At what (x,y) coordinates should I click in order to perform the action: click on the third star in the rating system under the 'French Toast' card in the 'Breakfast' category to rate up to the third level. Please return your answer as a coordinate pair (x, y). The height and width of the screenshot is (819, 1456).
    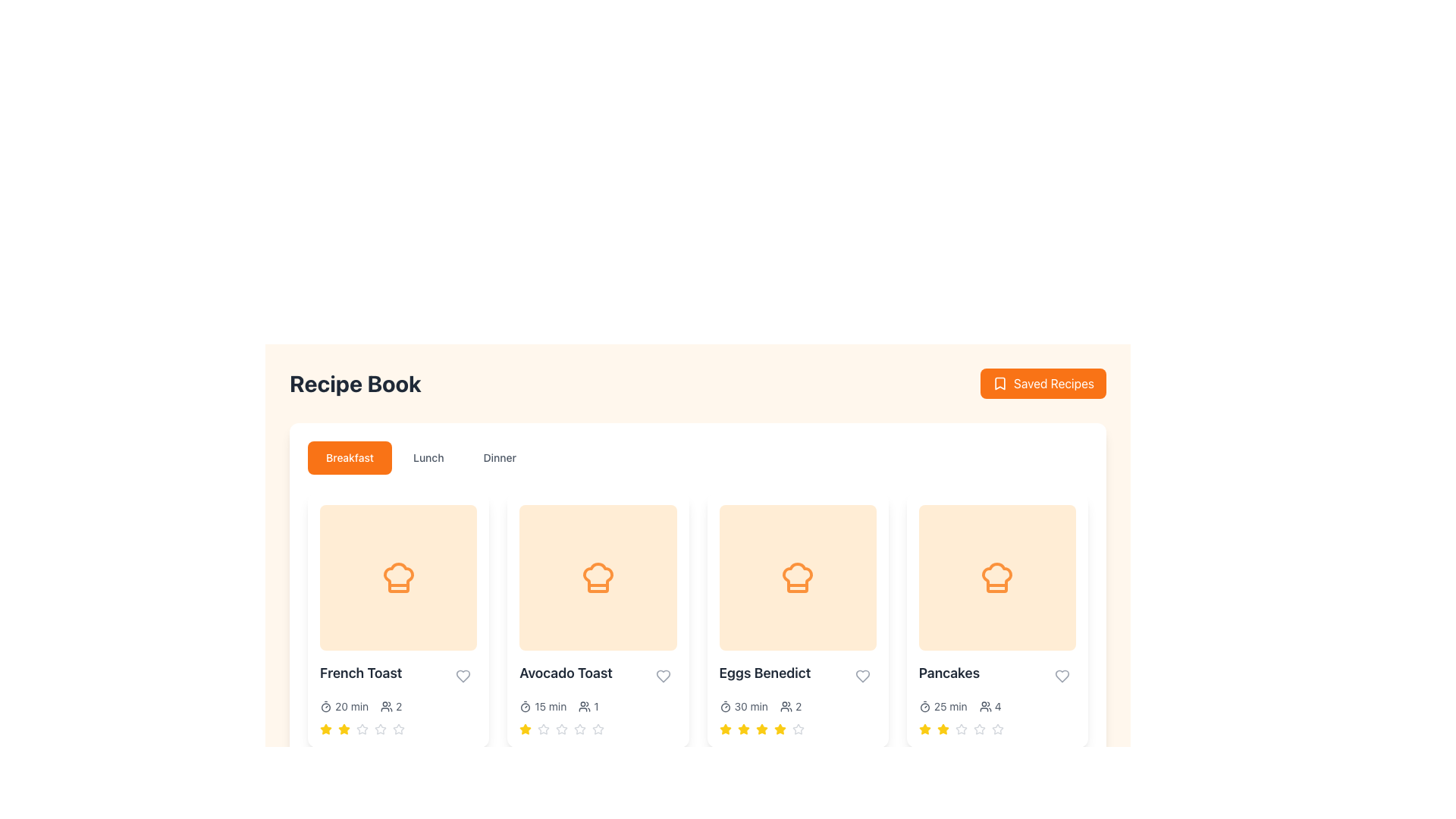
    Looking at the image, I should click on (344, 728).